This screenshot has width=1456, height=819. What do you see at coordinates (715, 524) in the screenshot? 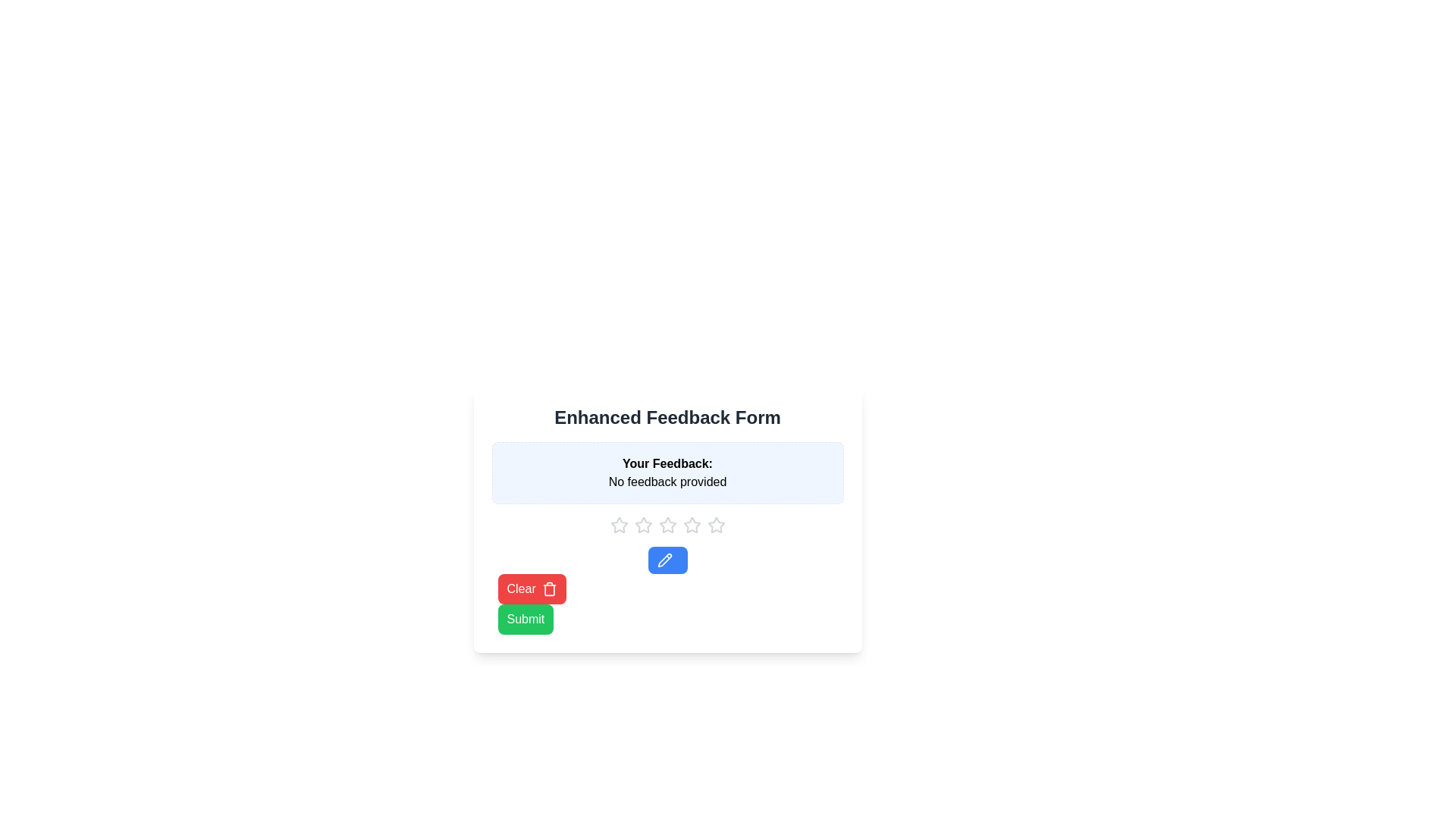
I see `the fifth star icon in the rating system to rate it` at bounding box center [715, 524].